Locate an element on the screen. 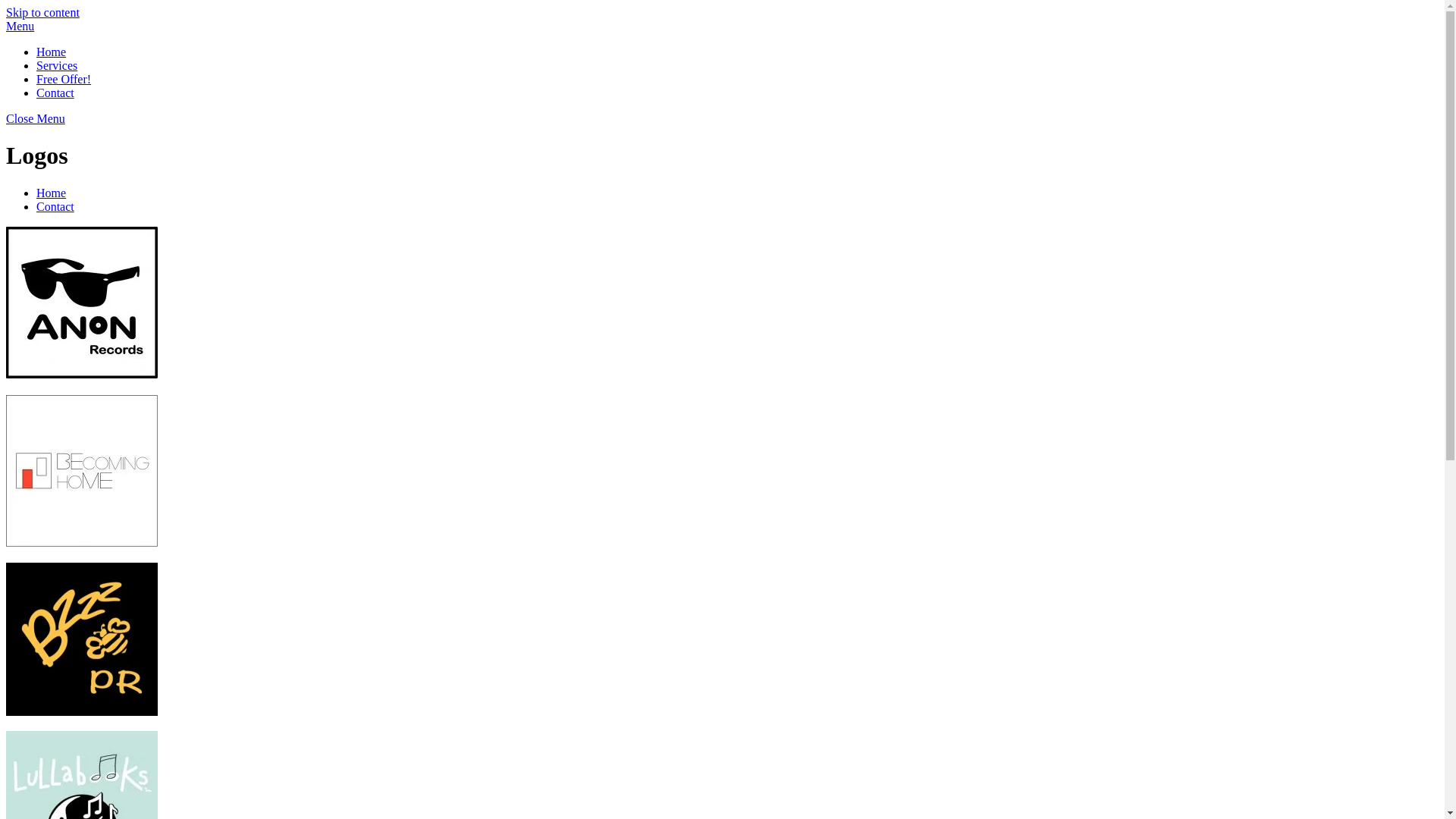 This screenshot has height=819, width=1456. 'Menu' is located at coordinates (20, 26).